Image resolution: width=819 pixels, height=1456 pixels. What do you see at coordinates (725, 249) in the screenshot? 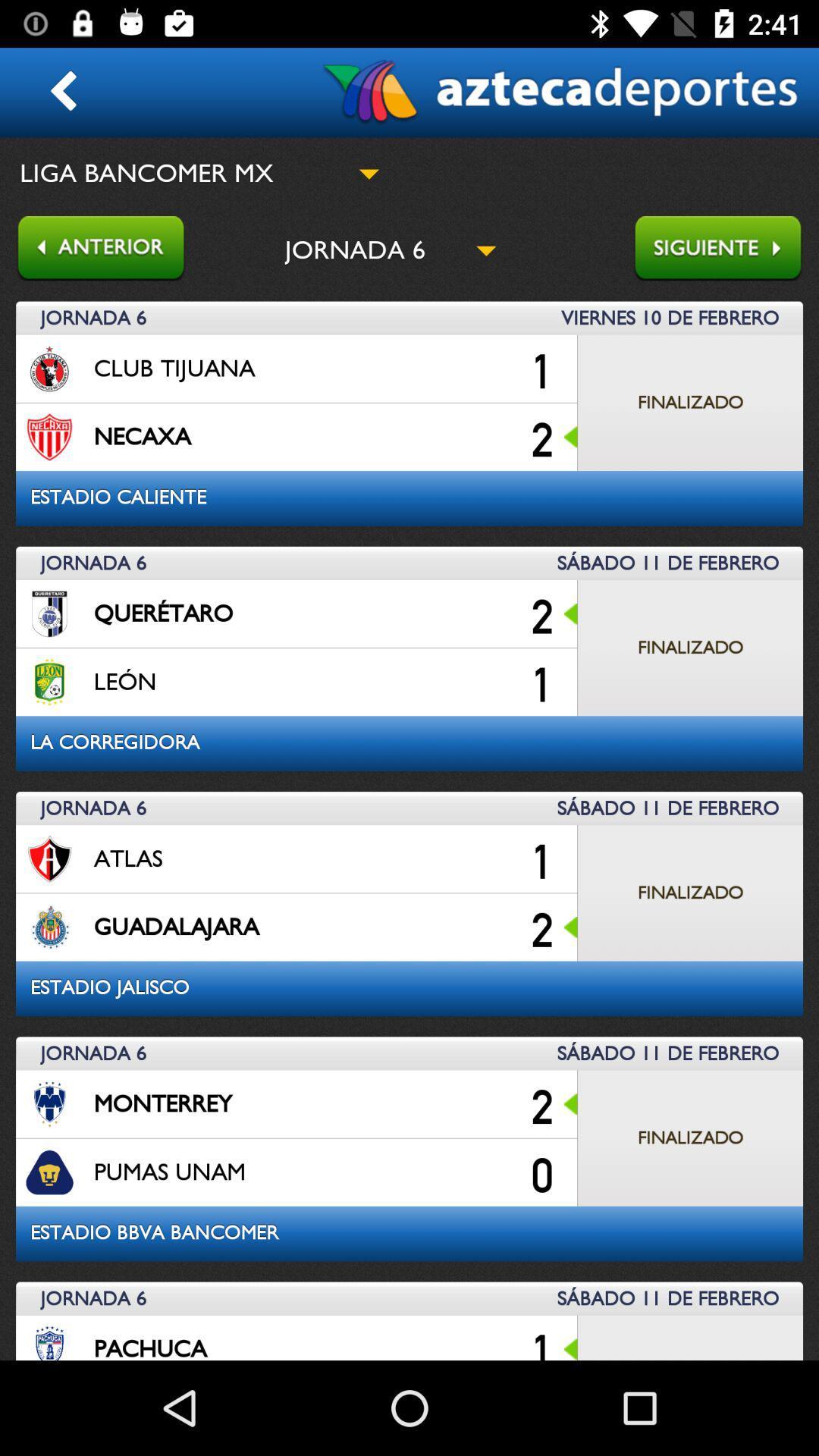
I see `go next` at bounding box center [725, 249].